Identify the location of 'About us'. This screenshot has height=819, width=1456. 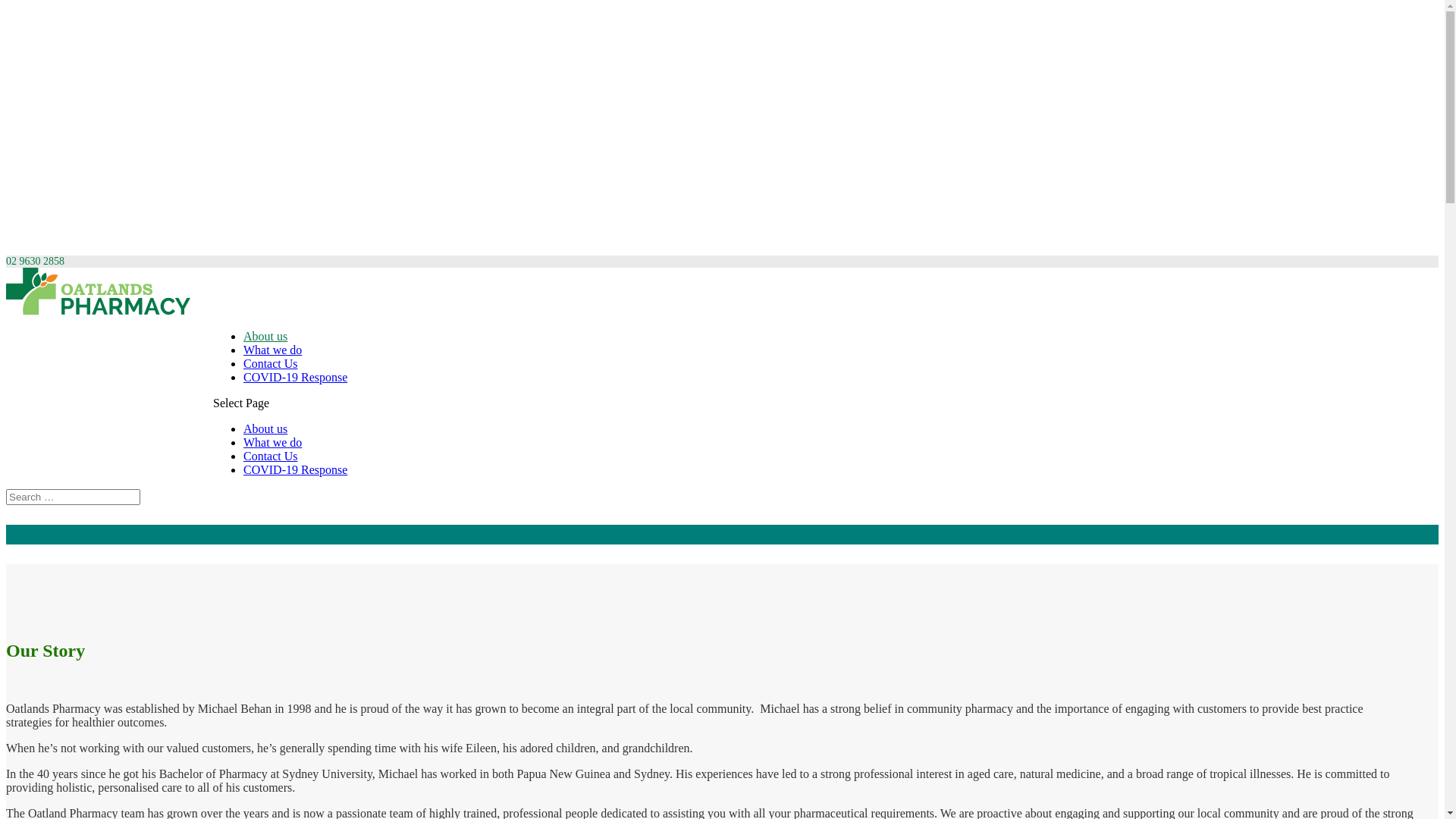
(265, 428).